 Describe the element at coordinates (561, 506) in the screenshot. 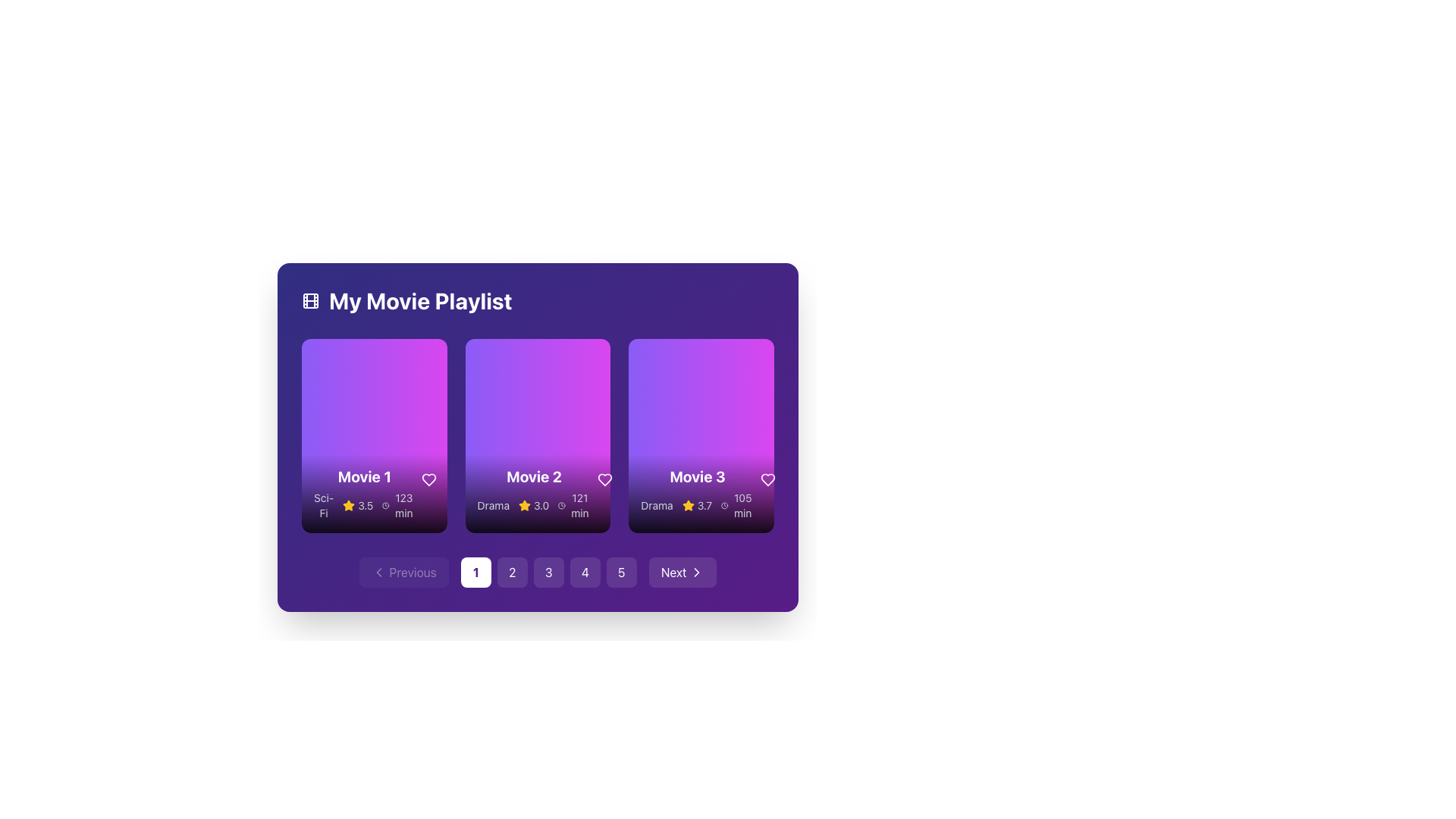

I see `the clock icon SVG element that indicates duration, located in the second card of a horizontally aligned card group, to the left of the text '121 min'` at that location.